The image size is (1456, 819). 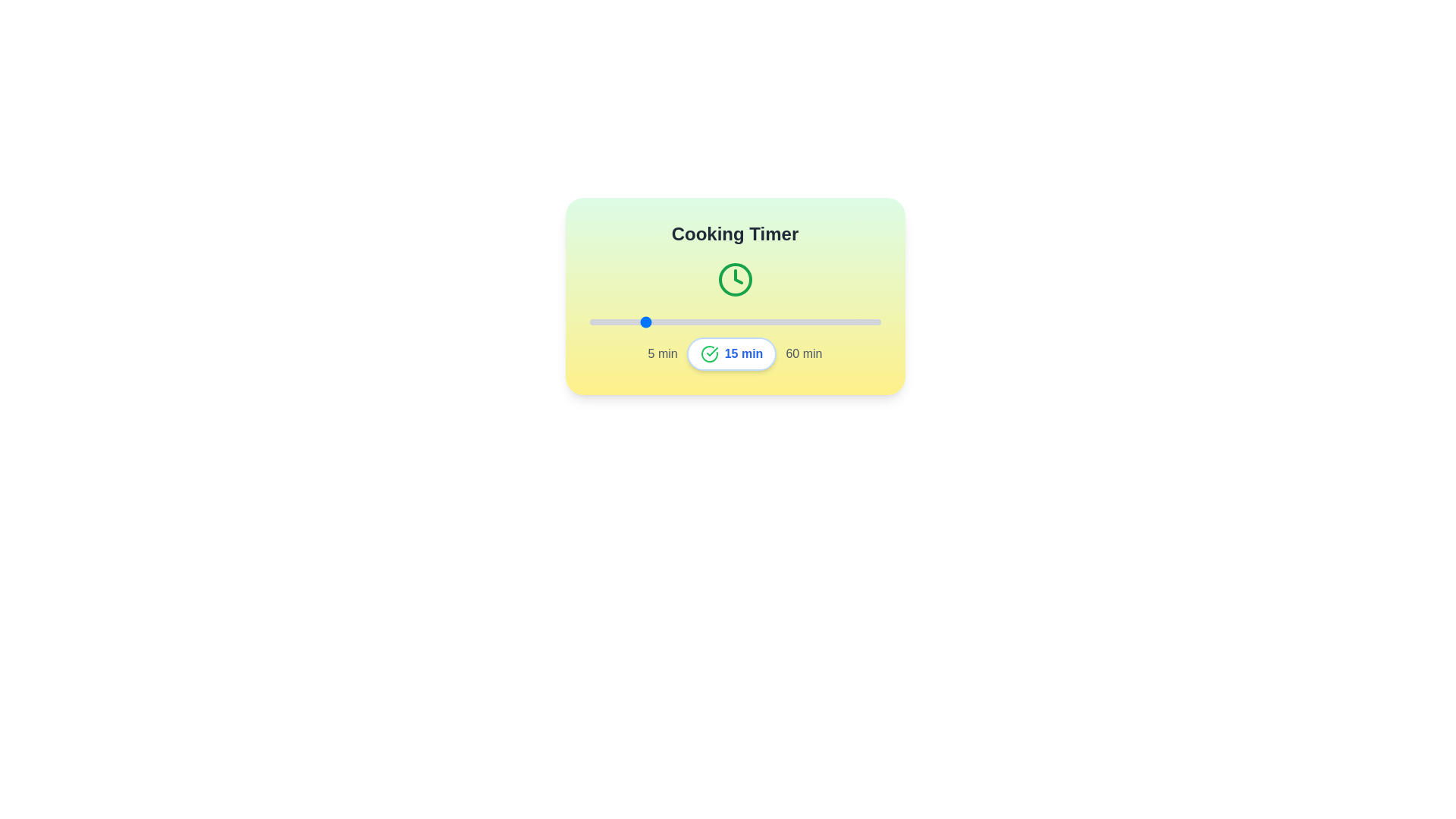 I want to click on text label displaying '60 min', which is the rightmost option in a group of three time options ('5 min', '15 min', and '60 min') arranged horizontally near the bottom of the card layout, so click(x=803, y=353).